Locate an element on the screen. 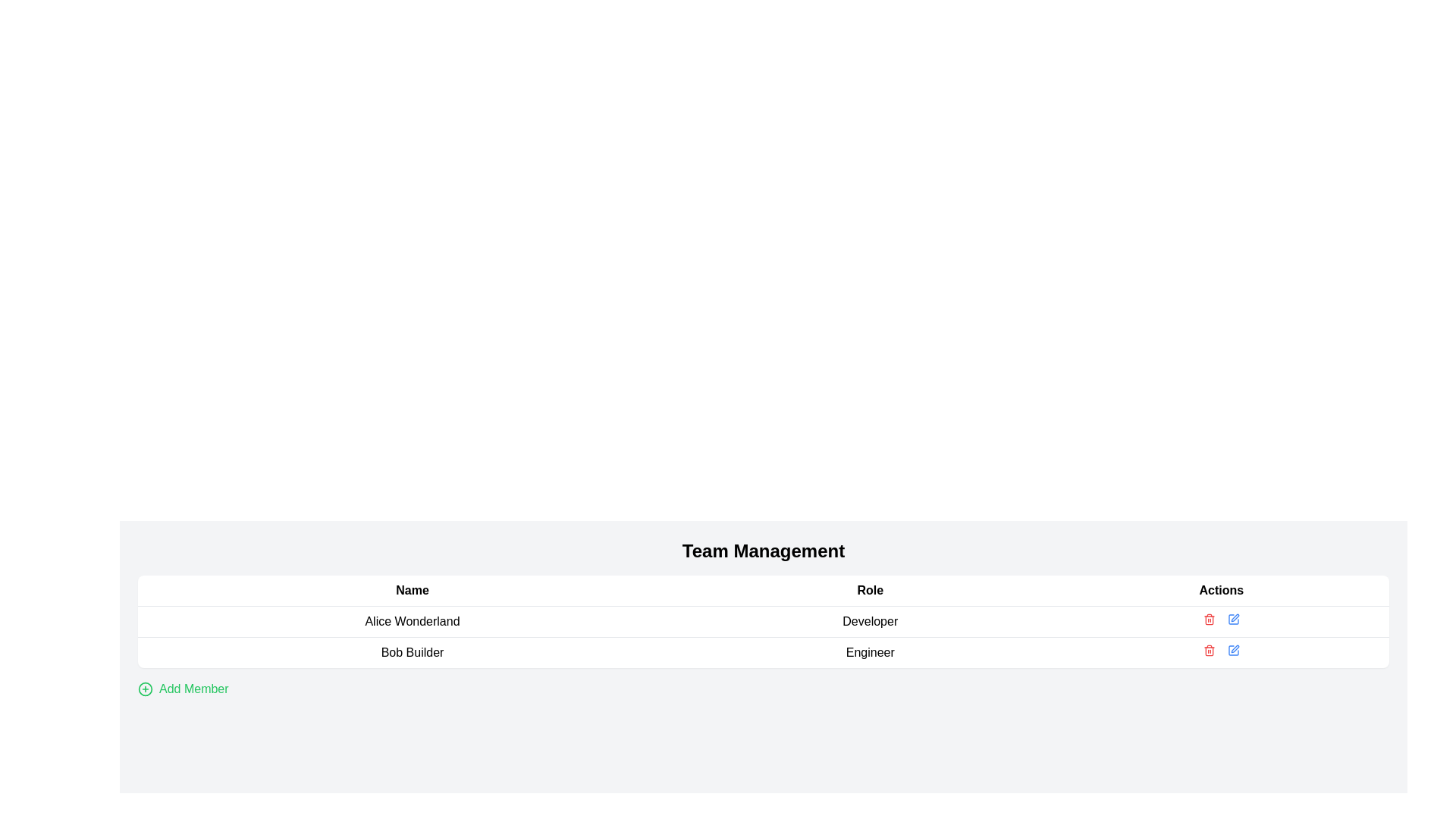  the trash bin icon in the 'Actions' column of the second row is located at coordinates (1208, 620).